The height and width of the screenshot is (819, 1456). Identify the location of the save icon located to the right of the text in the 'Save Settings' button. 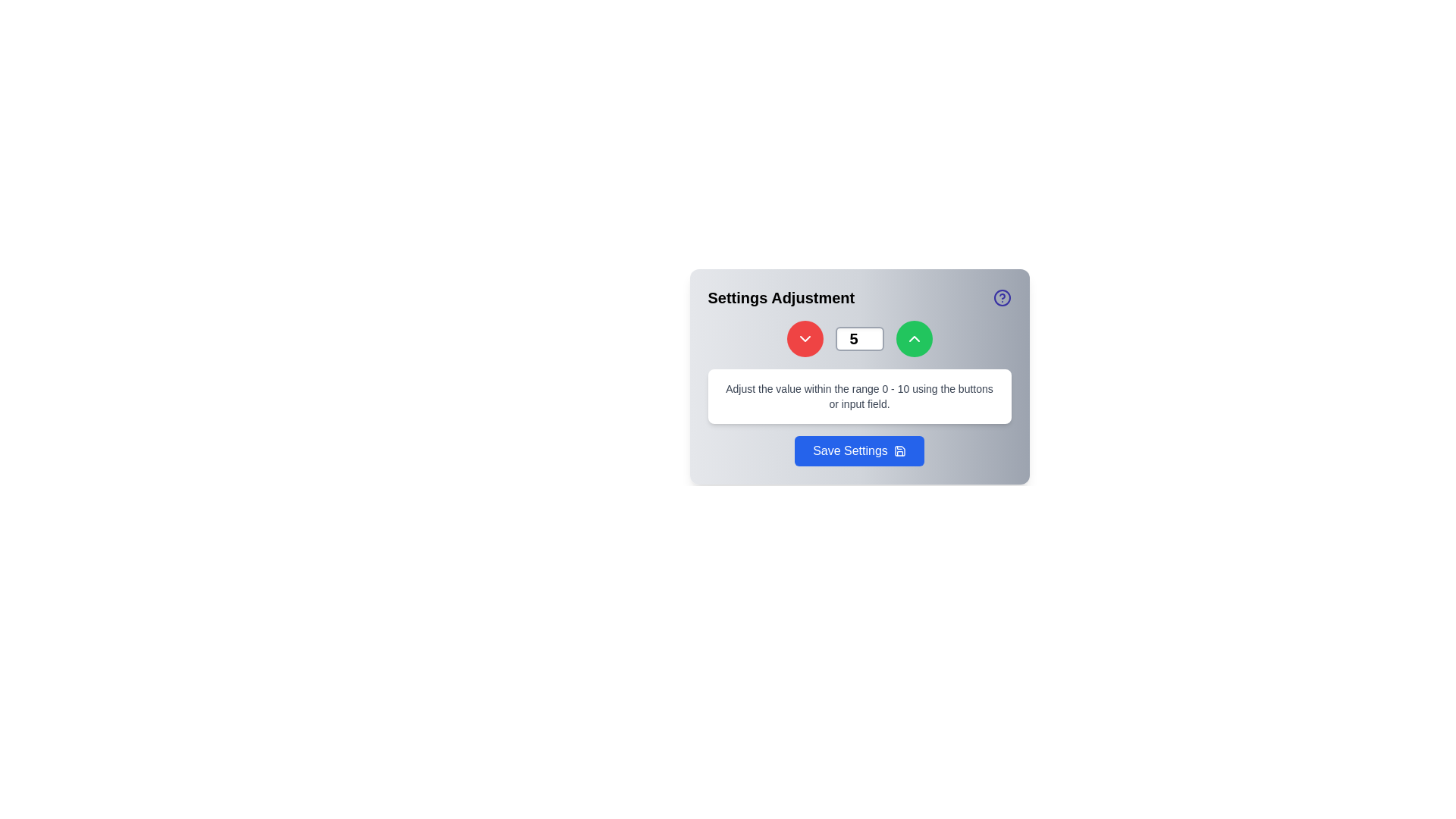
(899, 450).